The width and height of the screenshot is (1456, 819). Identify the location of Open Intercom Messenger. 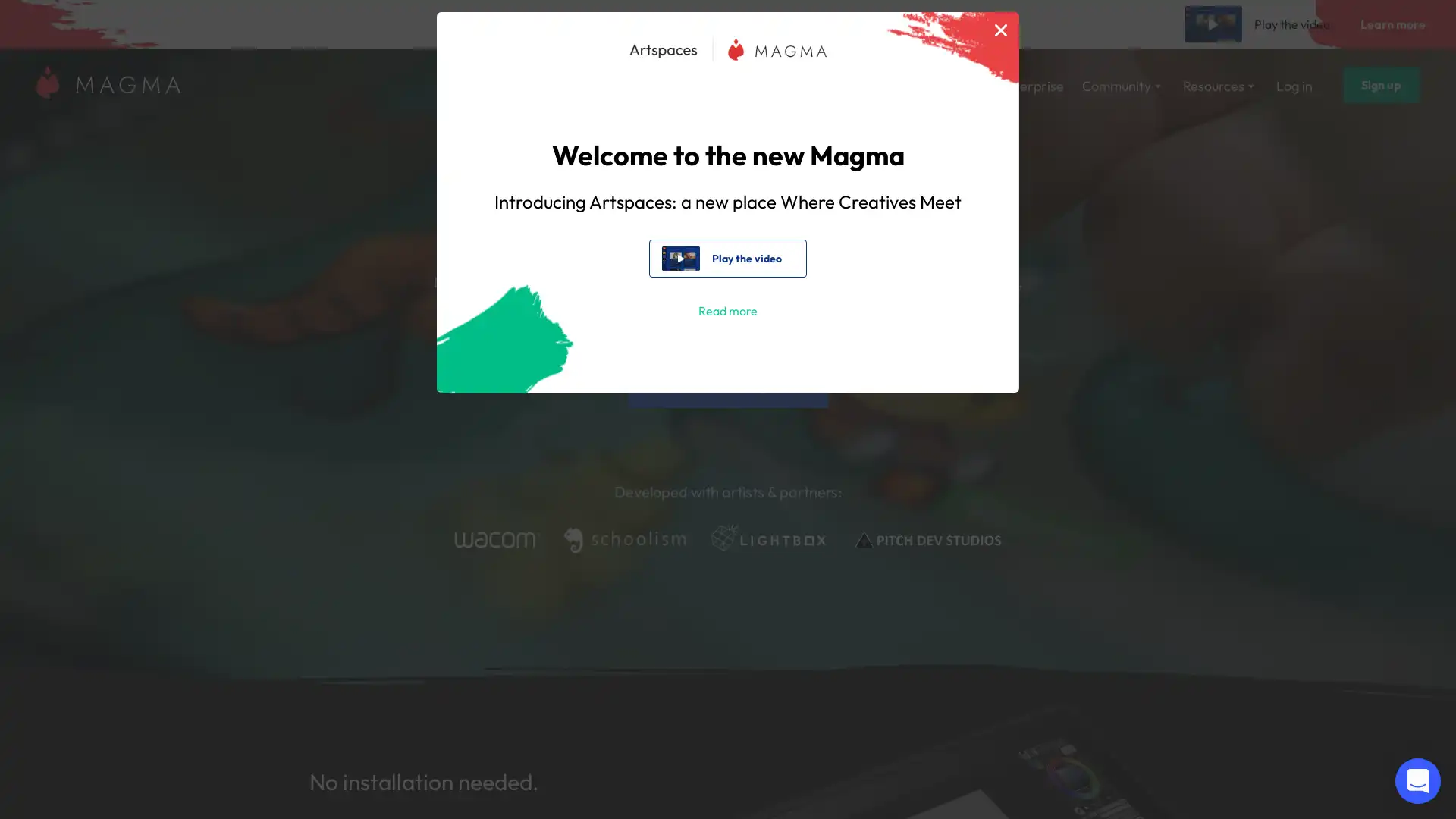
(1417, 780).